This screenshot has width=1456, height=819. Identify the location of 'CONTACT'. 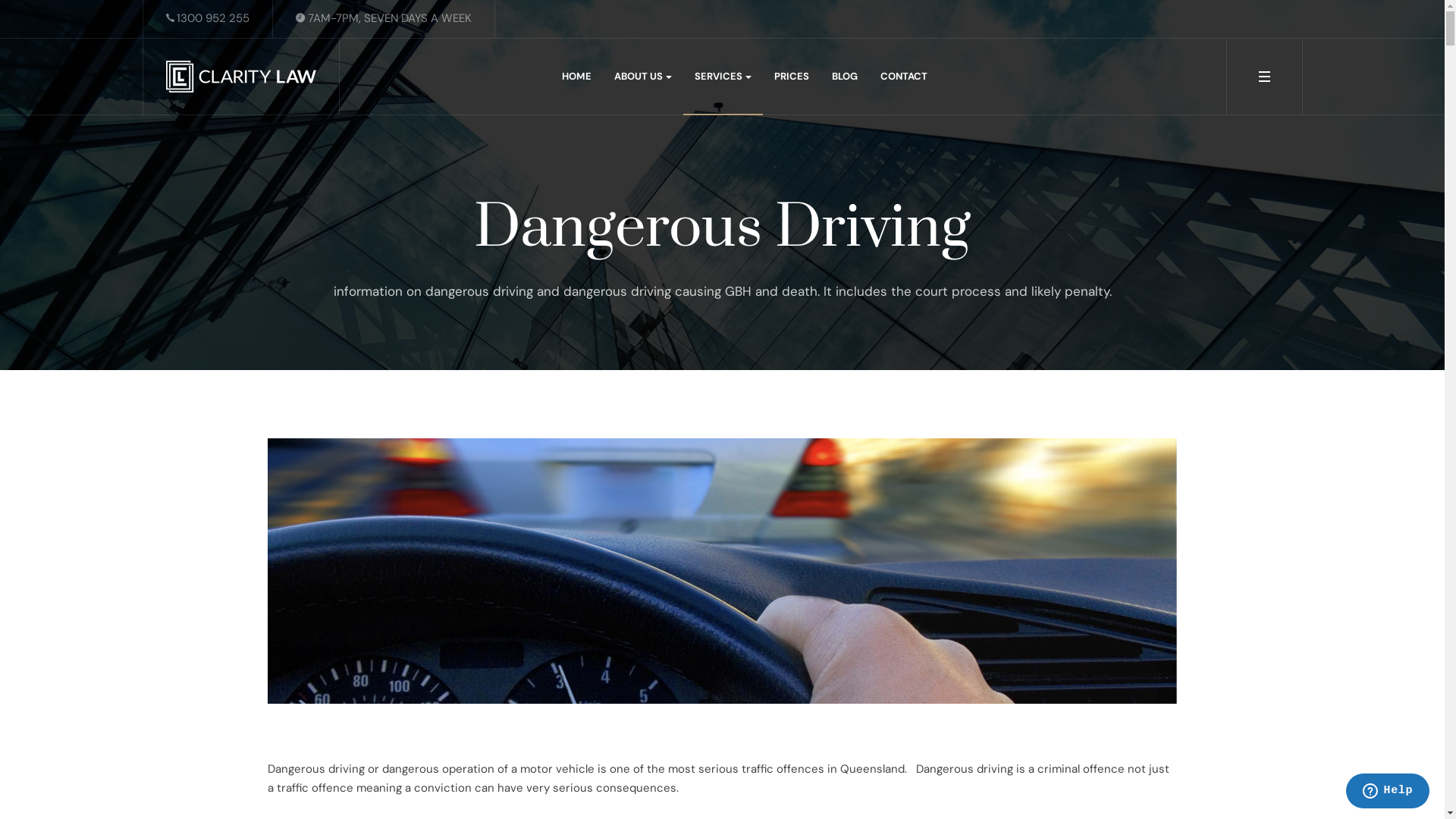
(869, 76).